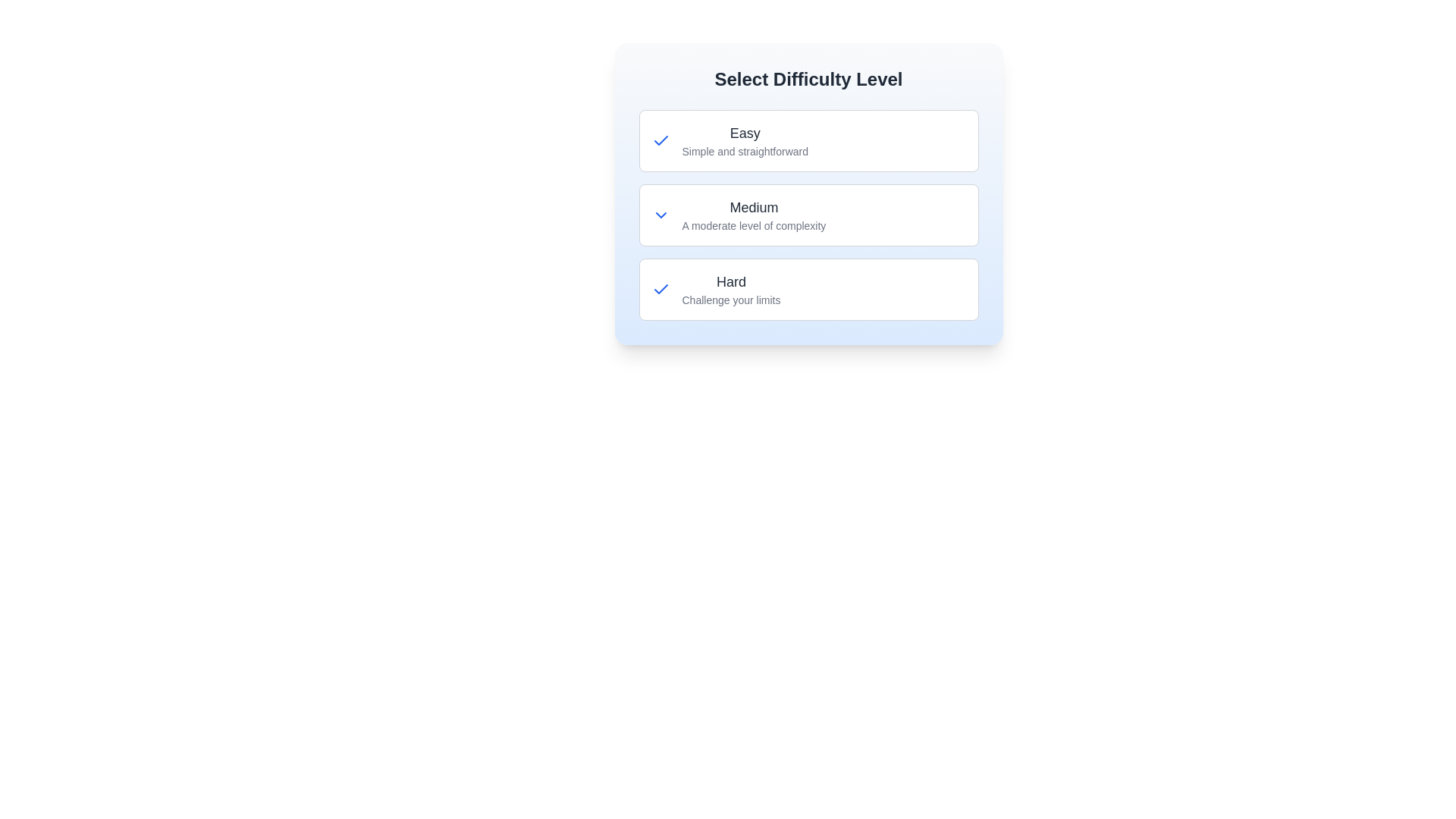 The height and width of the screenshot is (819, 1456). I want to click on the blue checkmark icon in the 'Hard' difficulty selection item, which is styled in a minimalist and rounded design, so click(661, 289).